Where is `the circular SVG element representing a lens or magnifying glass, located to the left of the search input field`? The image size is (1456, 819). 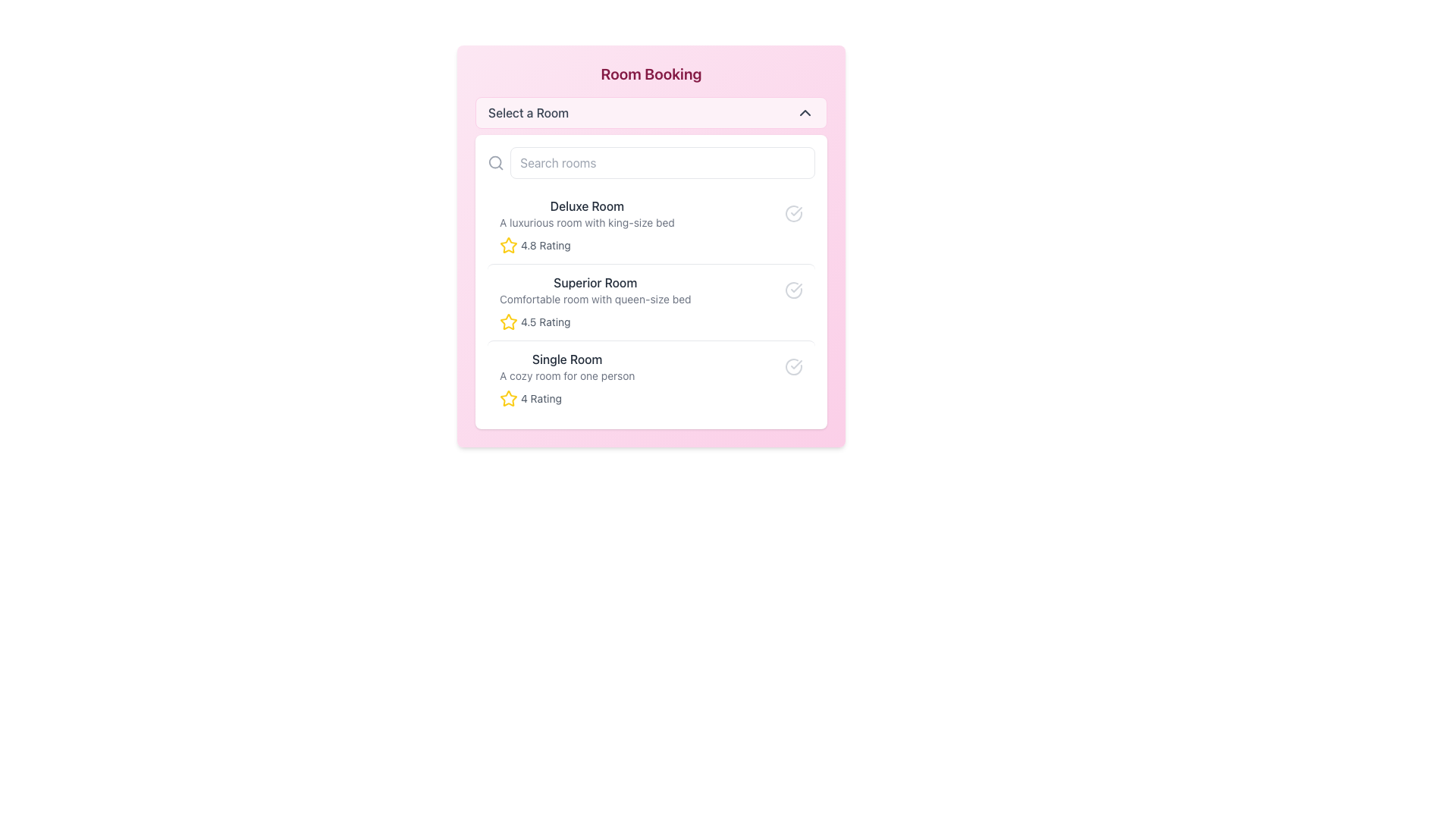 the circular SVG element representing a lens or magnifying glass, located to the left of the search input field is located at coordinates (495, 162).